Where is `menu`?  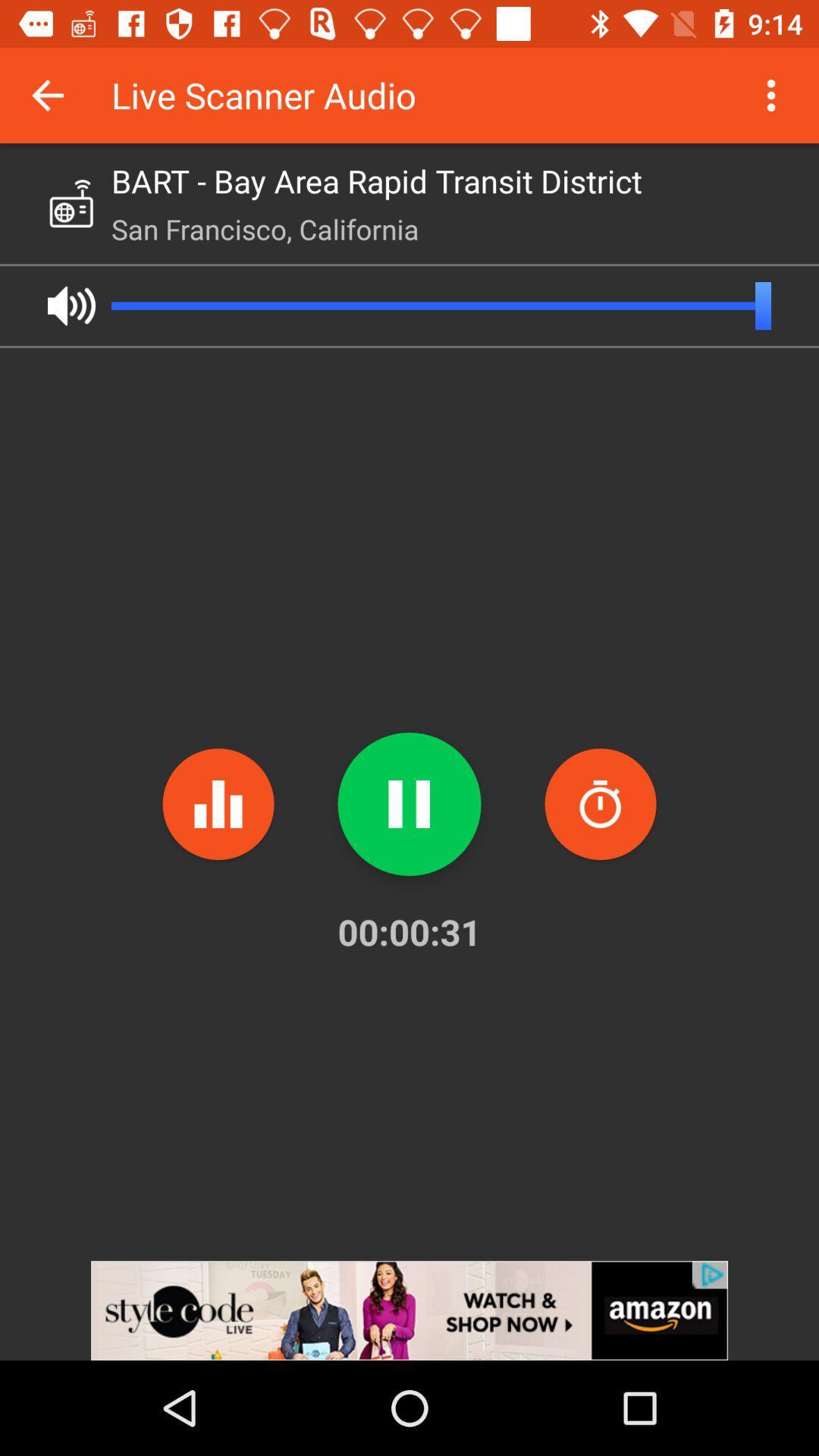
menu is located at coordinates (771, 94).